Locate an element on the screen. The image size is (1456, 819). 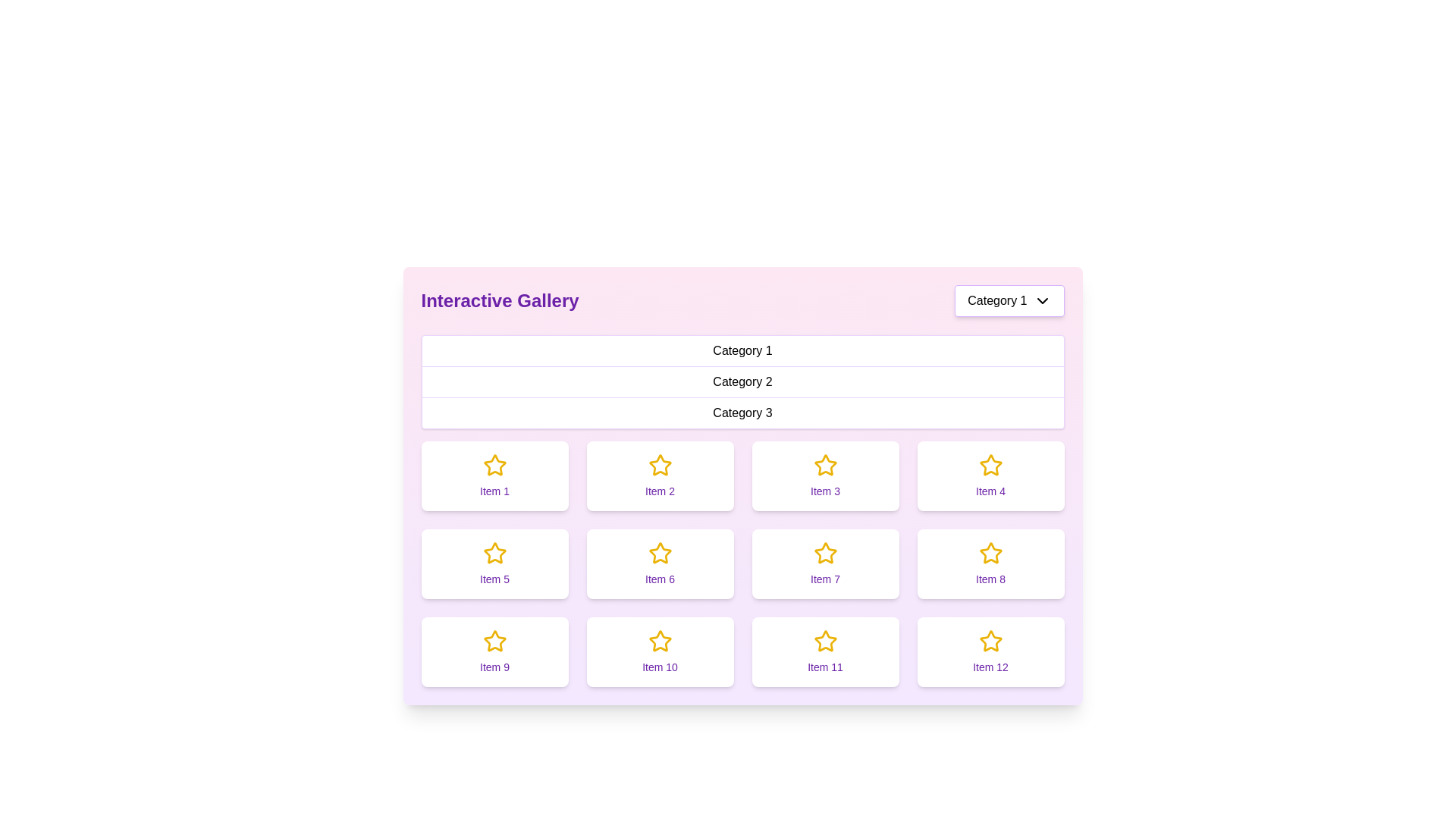
the star-shaped icon with a hollow center, styled with a yellow border and white fill, located in the first column of the second row of the interactive gallery is located at coordinates (494, 553).